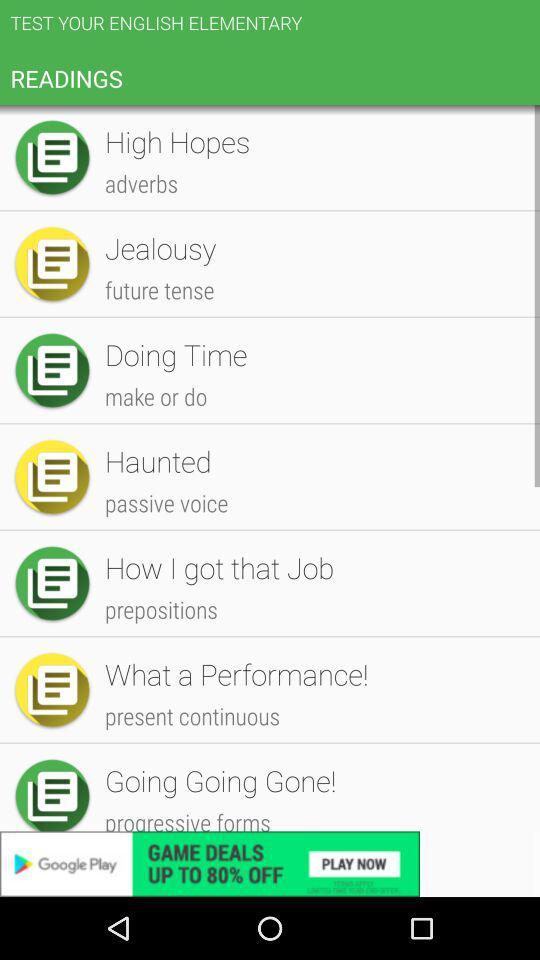 The image size is (540, 960). I want to click on icon below random test, so click(312, 384).